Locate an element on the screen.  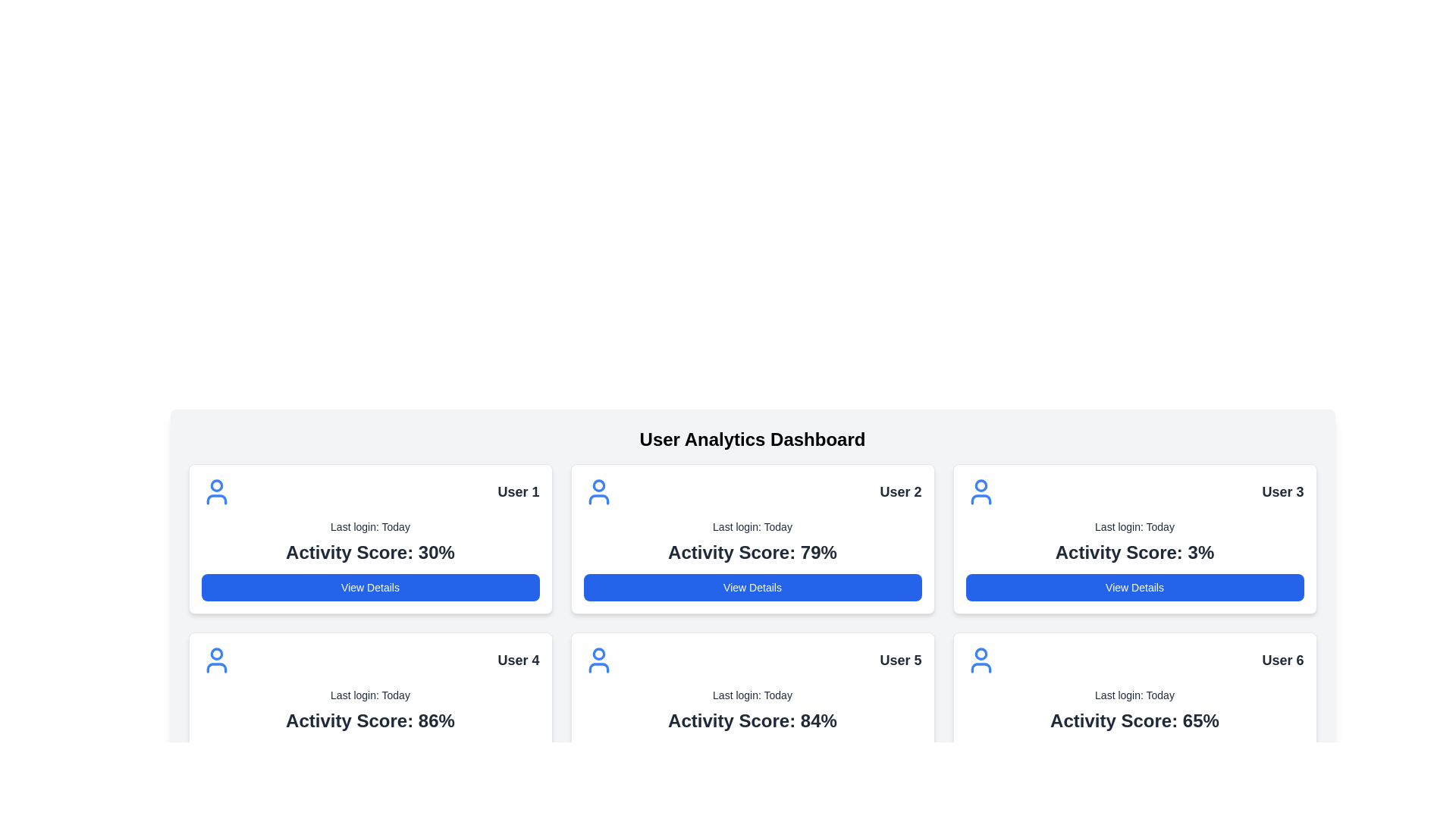
the upper circular part of the user icon located in the first column and second row of the dashboard layout is located at coordinates (598, 653).